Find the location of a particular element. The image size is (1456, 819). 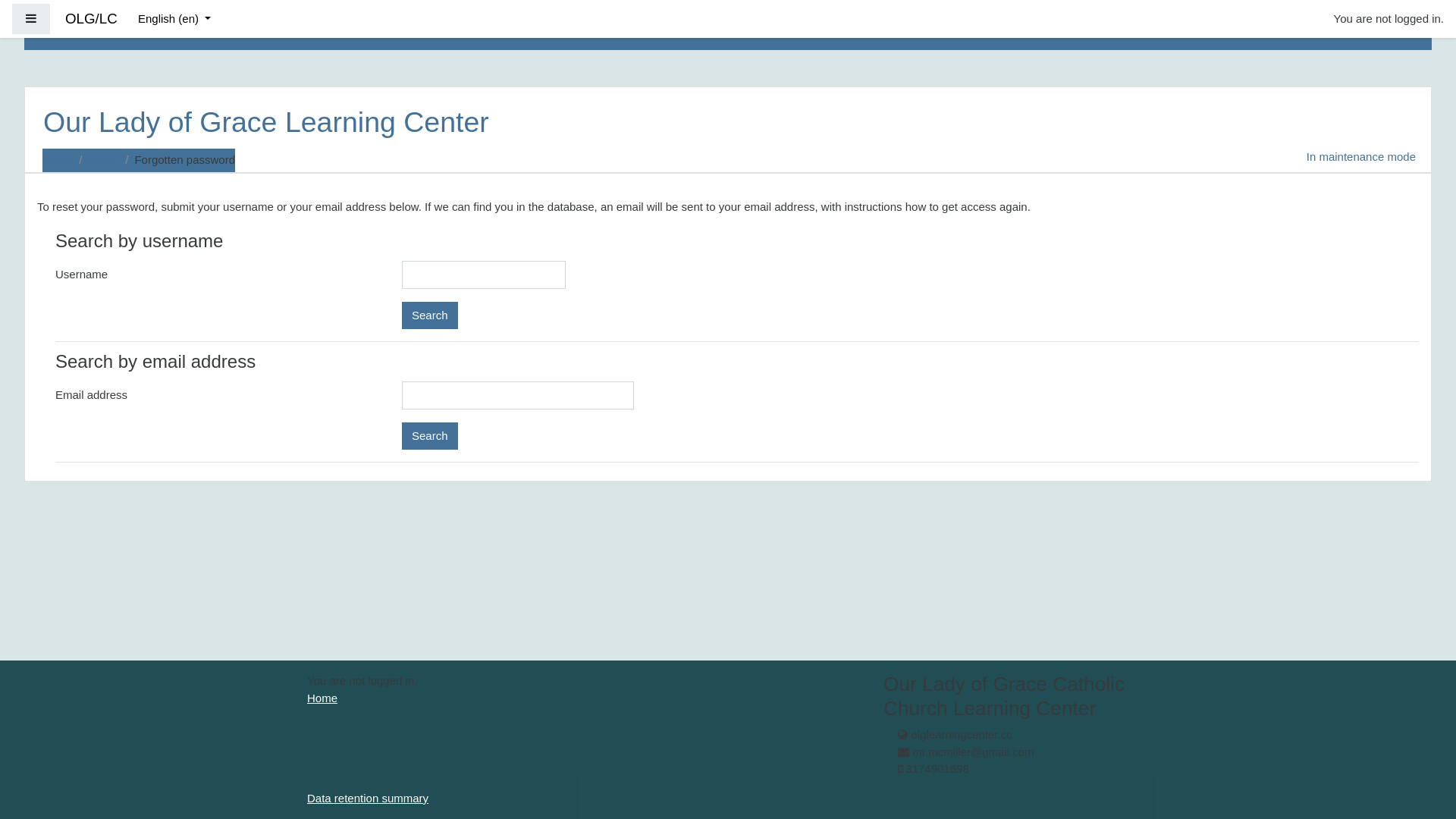

'Home' is located at coordinates (58, 159).